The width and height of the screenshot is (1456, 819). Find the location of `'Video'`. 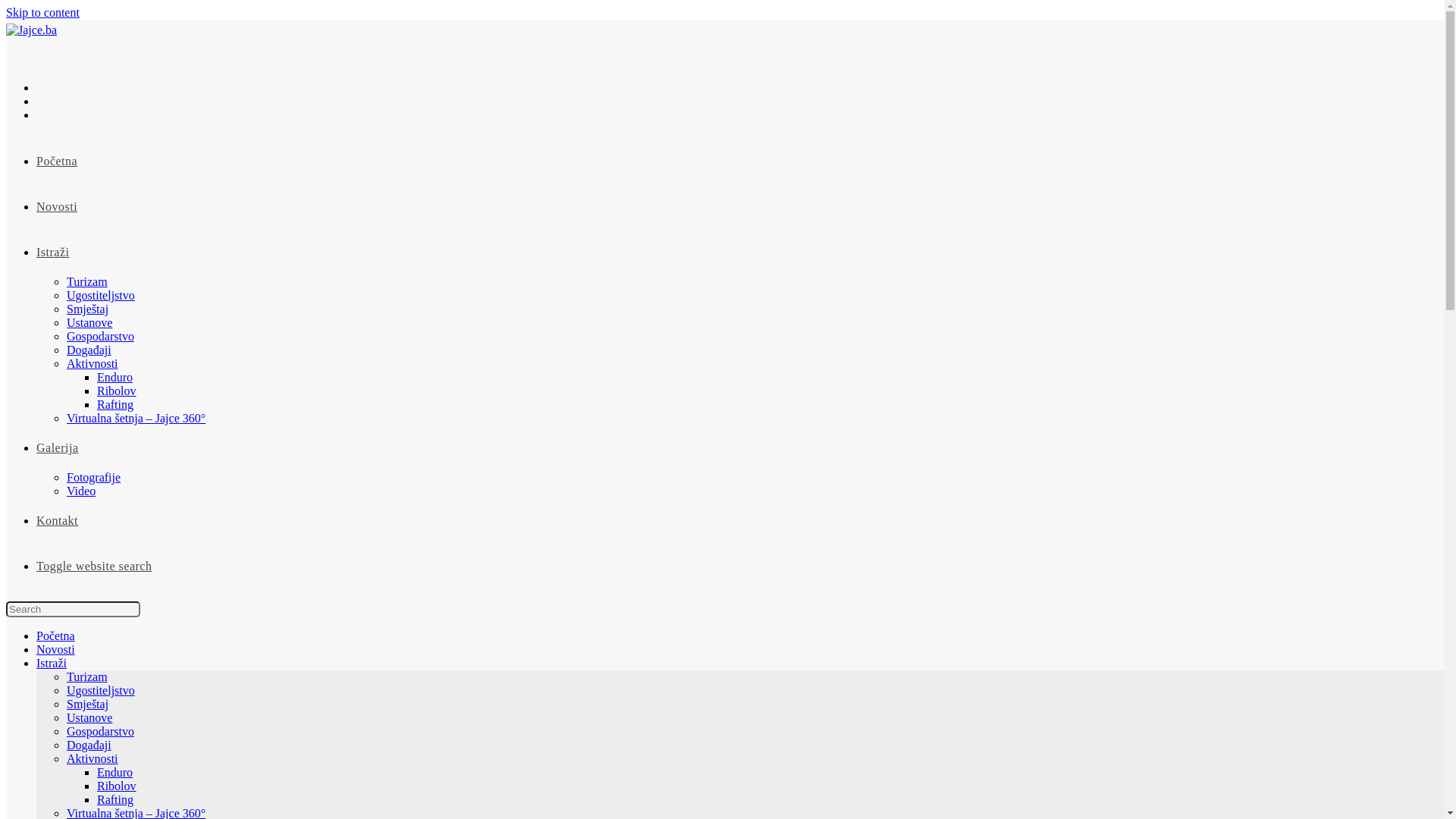

'Video' is located at coordinates (65, 491).